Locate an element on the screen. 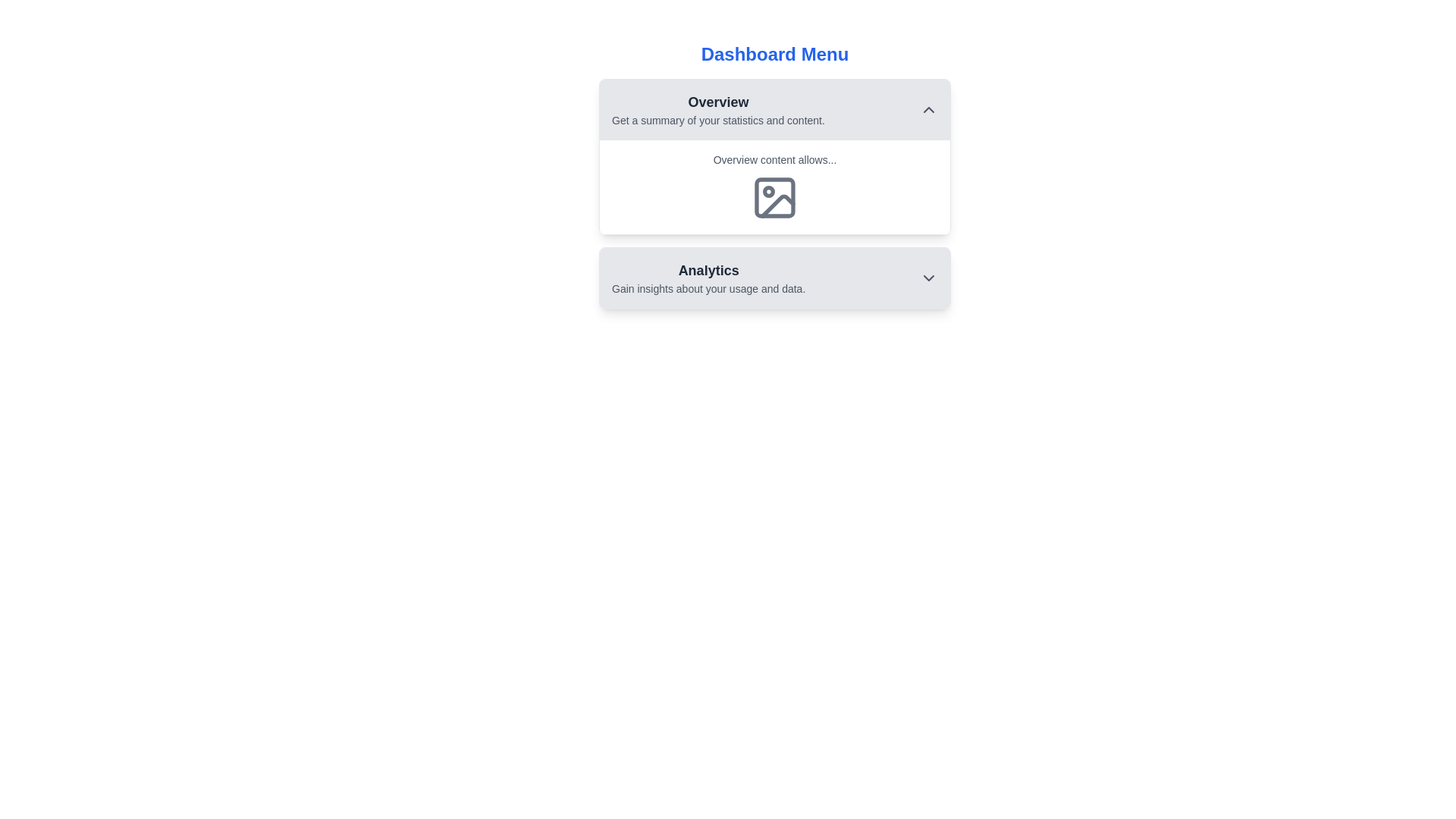 The width and height of the screenshot is (1456, 819). the static text label that reads 'Gain insights about your usage and data.', which is located beneath the title 'Analytics' in the middle-right section of a collapsible card interface is located at coordinates (708, 289).